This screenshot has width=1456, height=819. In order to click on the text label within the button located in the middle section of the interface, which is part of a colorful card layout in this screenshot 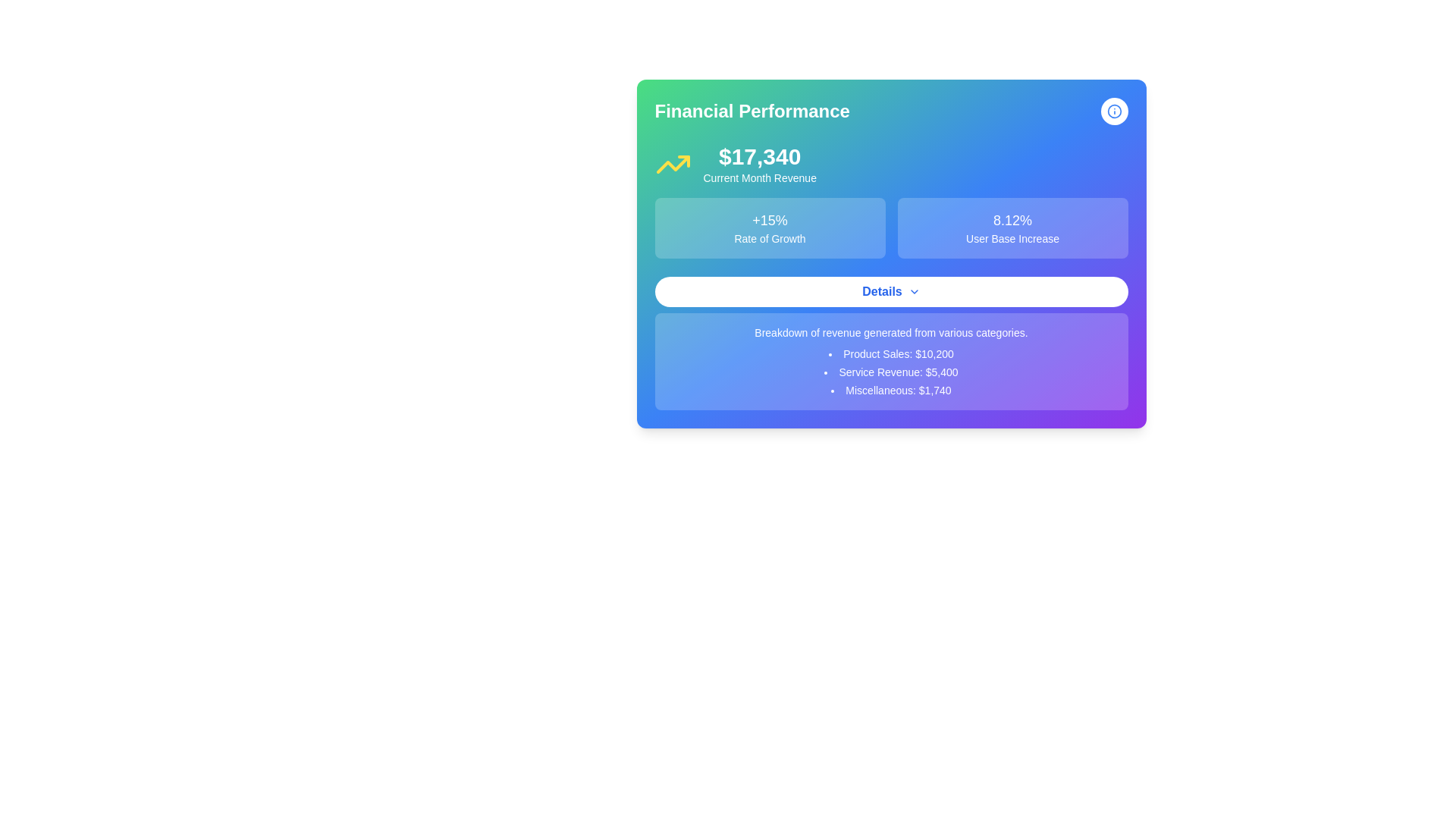, I will do `click(882, 292)`.